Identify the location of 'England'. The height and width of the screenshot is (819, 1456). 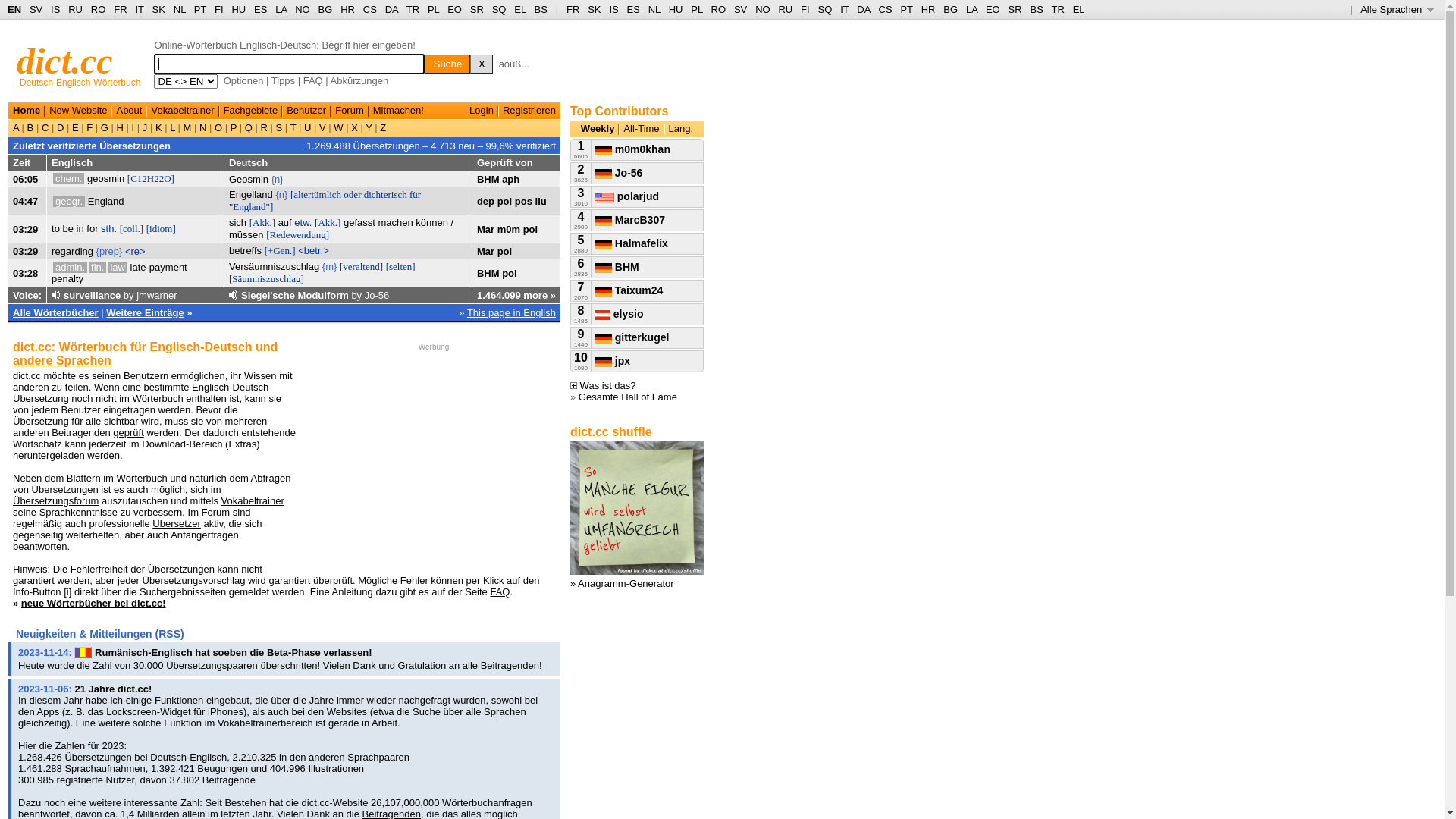
(105, 200).